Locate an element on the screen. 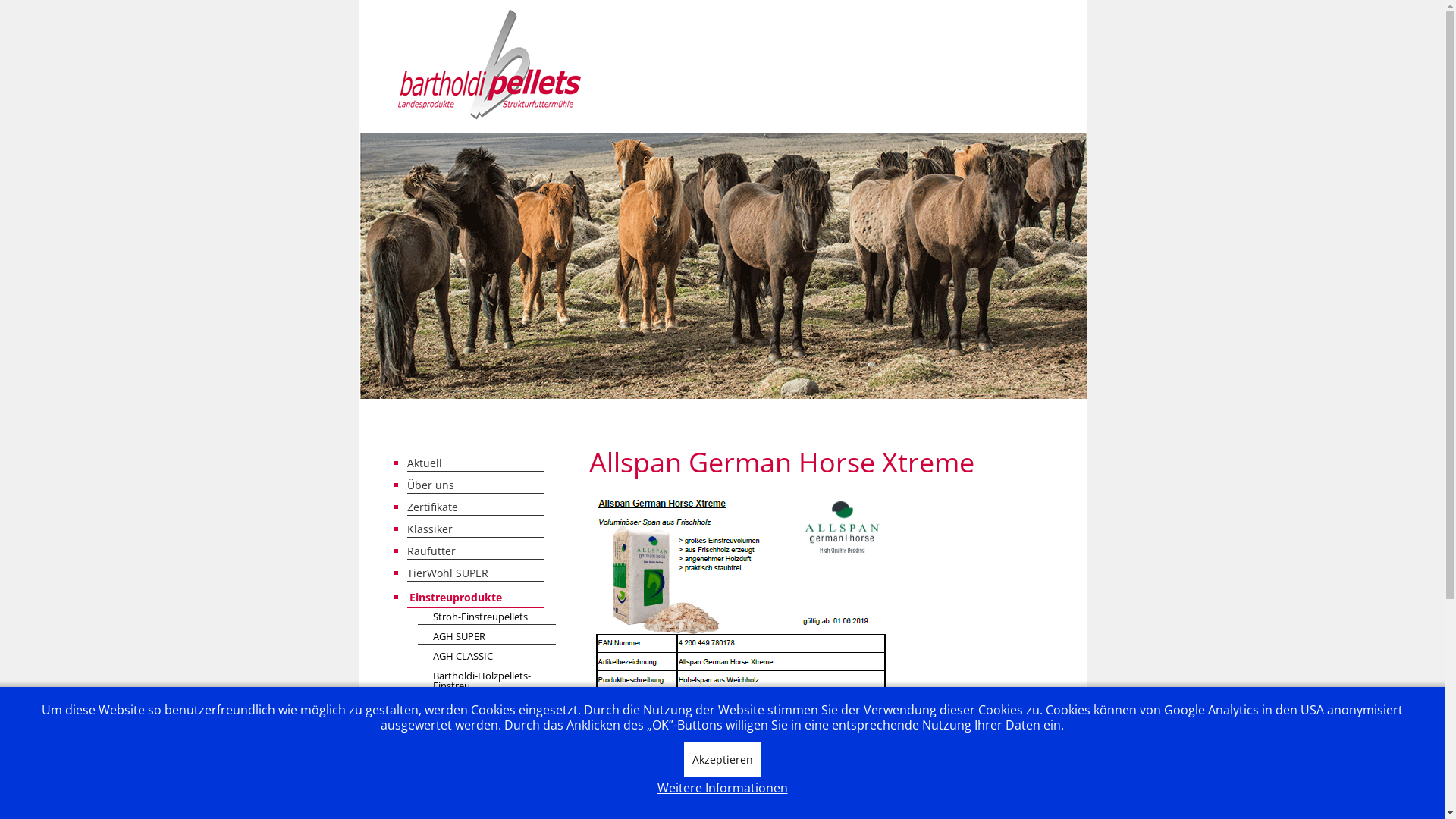  'Bartholdi-Holzpellets-Einstreu' is located at coordinates (486, 680).